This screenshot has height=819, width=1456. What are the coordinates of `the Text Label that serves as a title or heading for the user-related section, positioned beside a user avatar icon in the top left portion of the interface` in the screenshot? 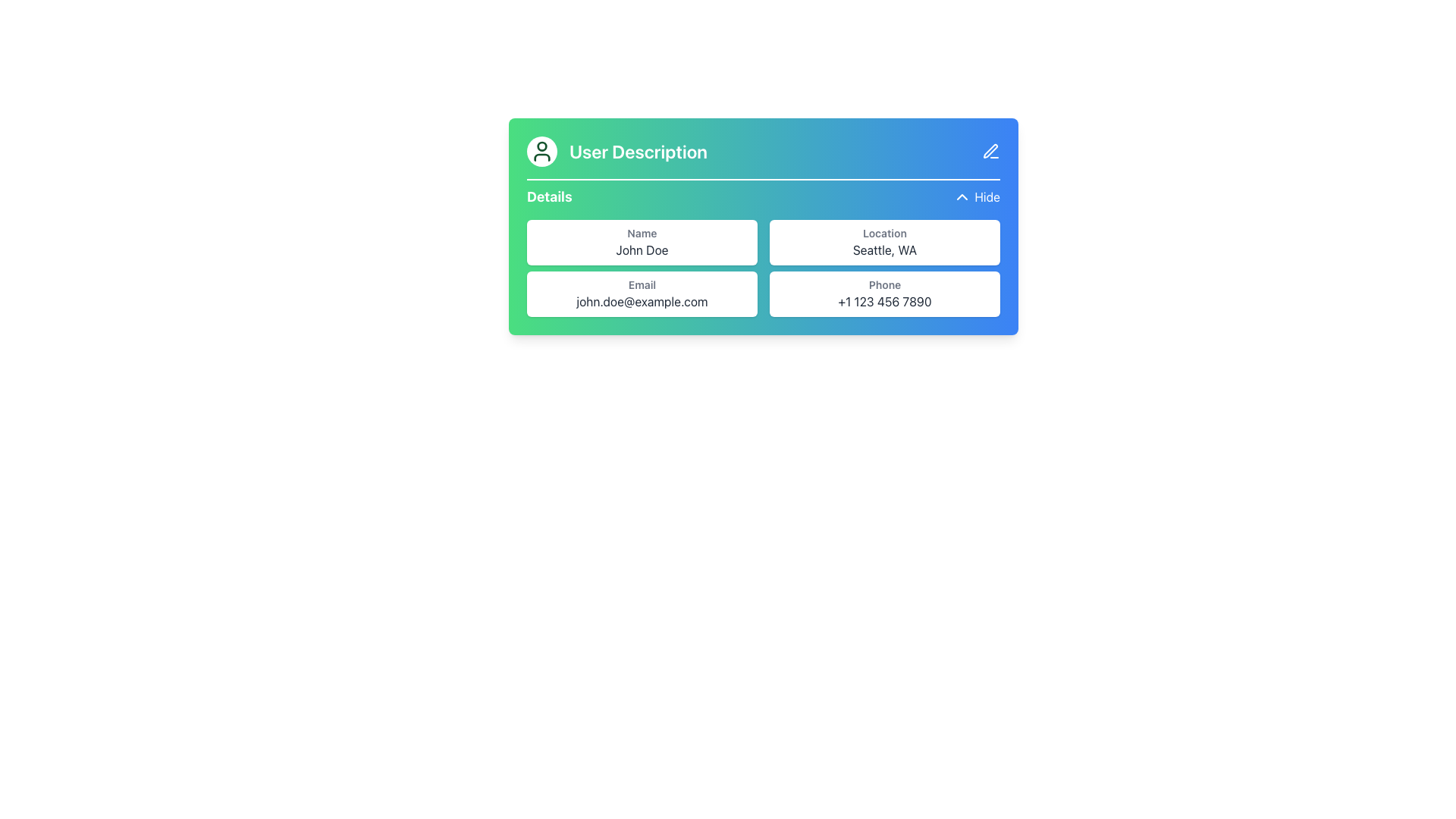 It's located at (639, 152).